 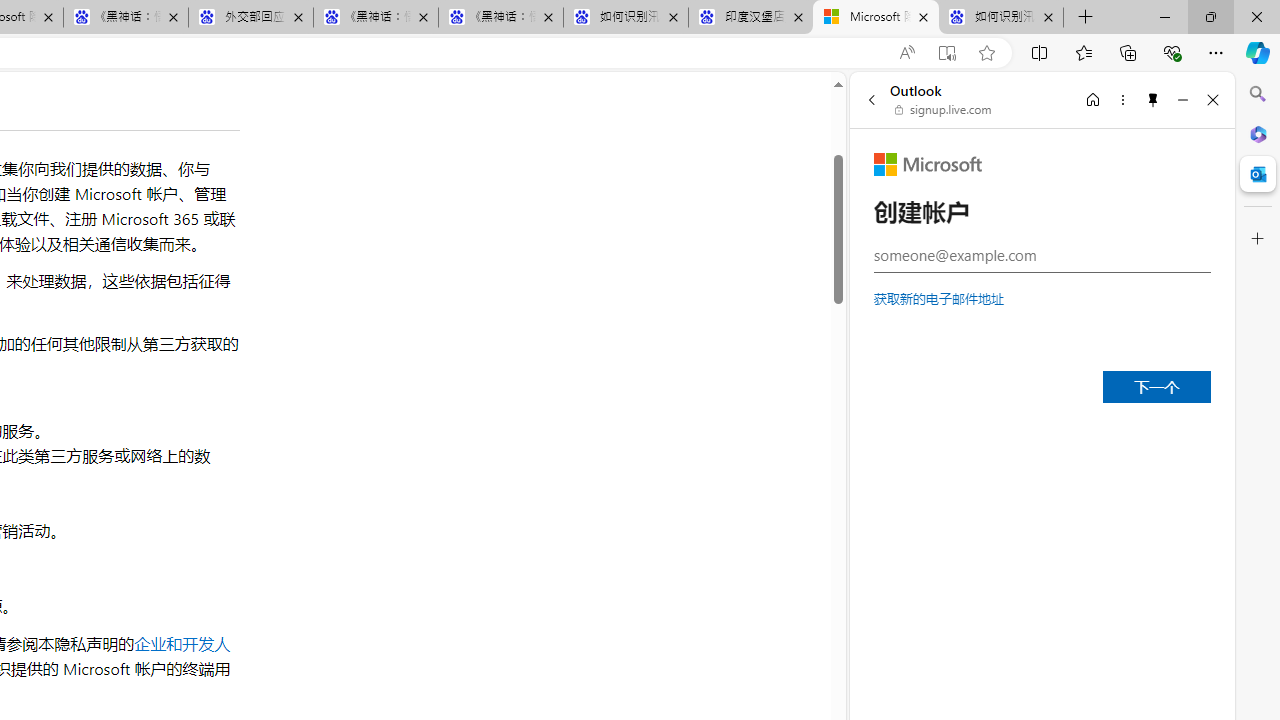 I want to click on 'signup.live.com', so click(x=943, y=110).